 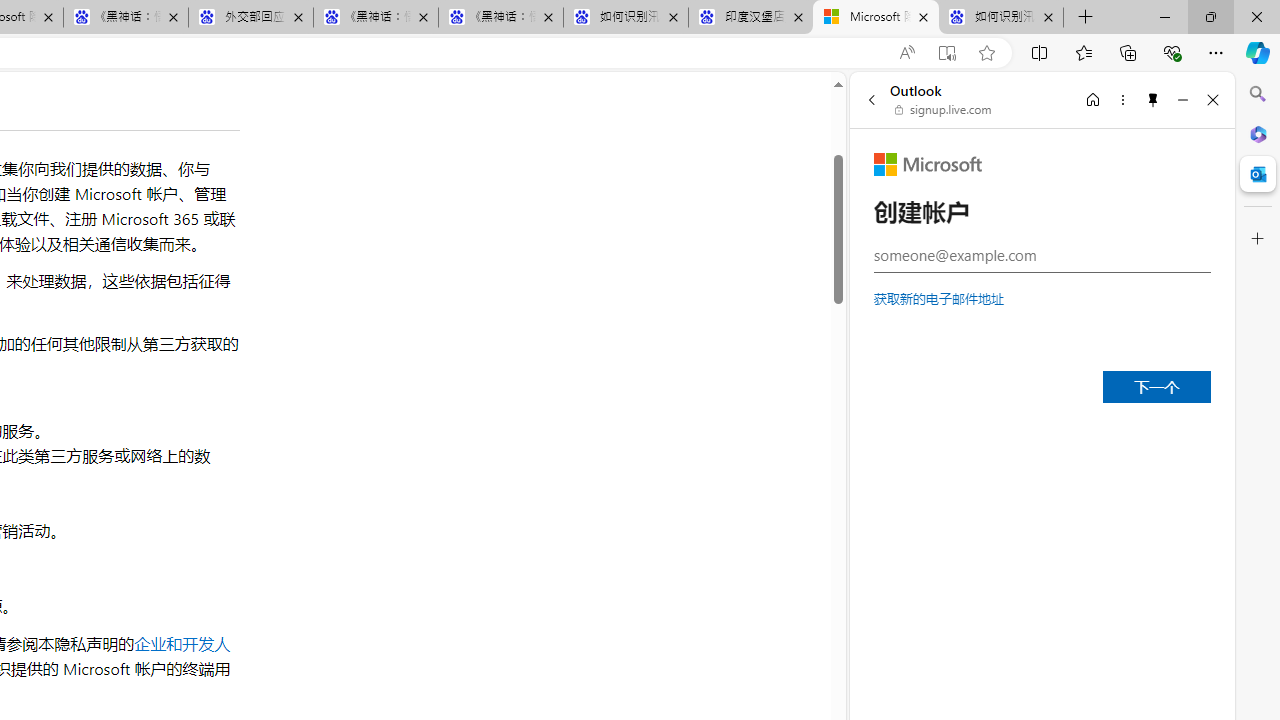 I want to click on 'signup.live.com', so click(x=943, y=110).